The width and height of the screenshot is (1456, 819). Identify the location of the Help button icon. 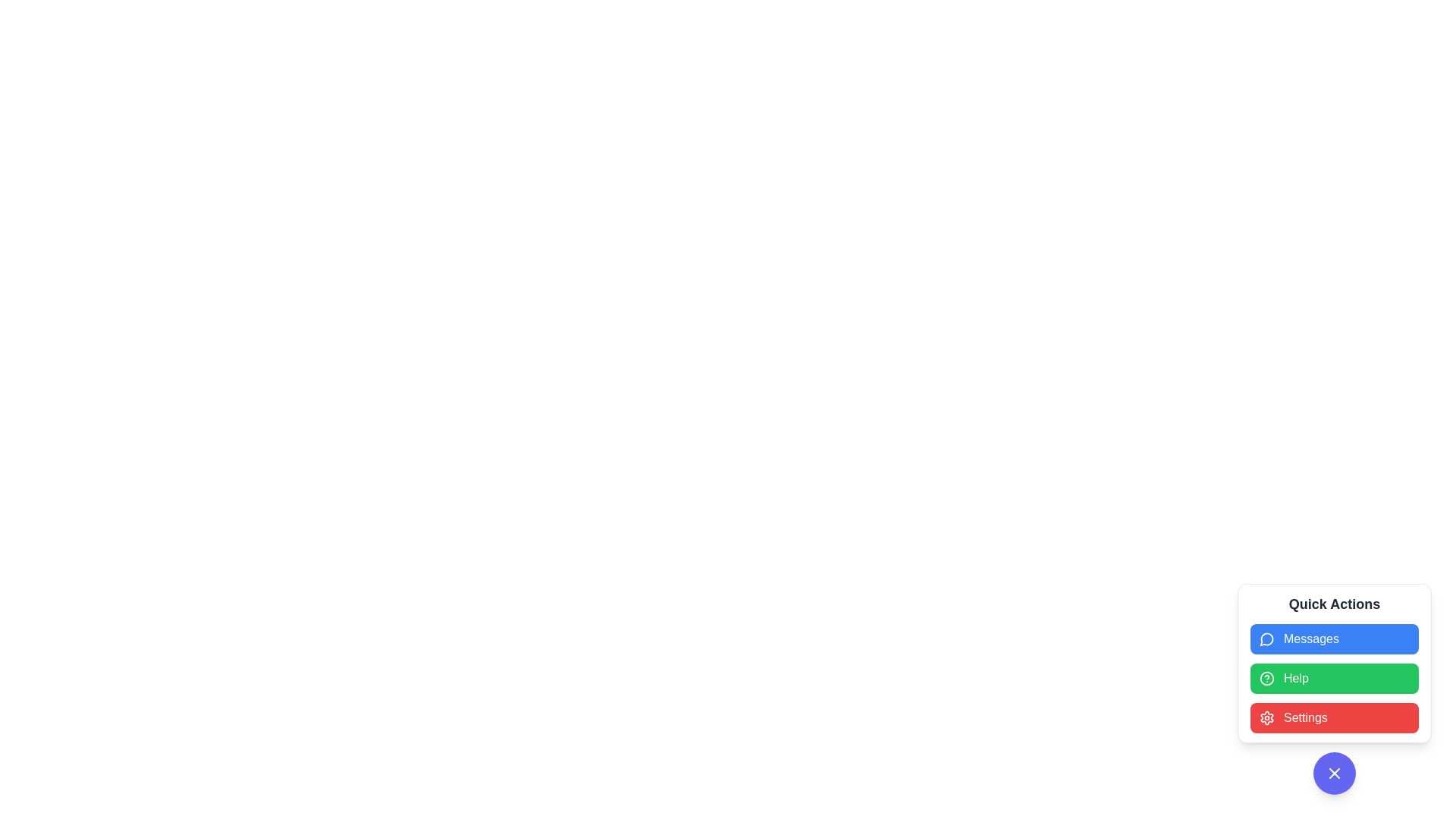
(1266, 677).